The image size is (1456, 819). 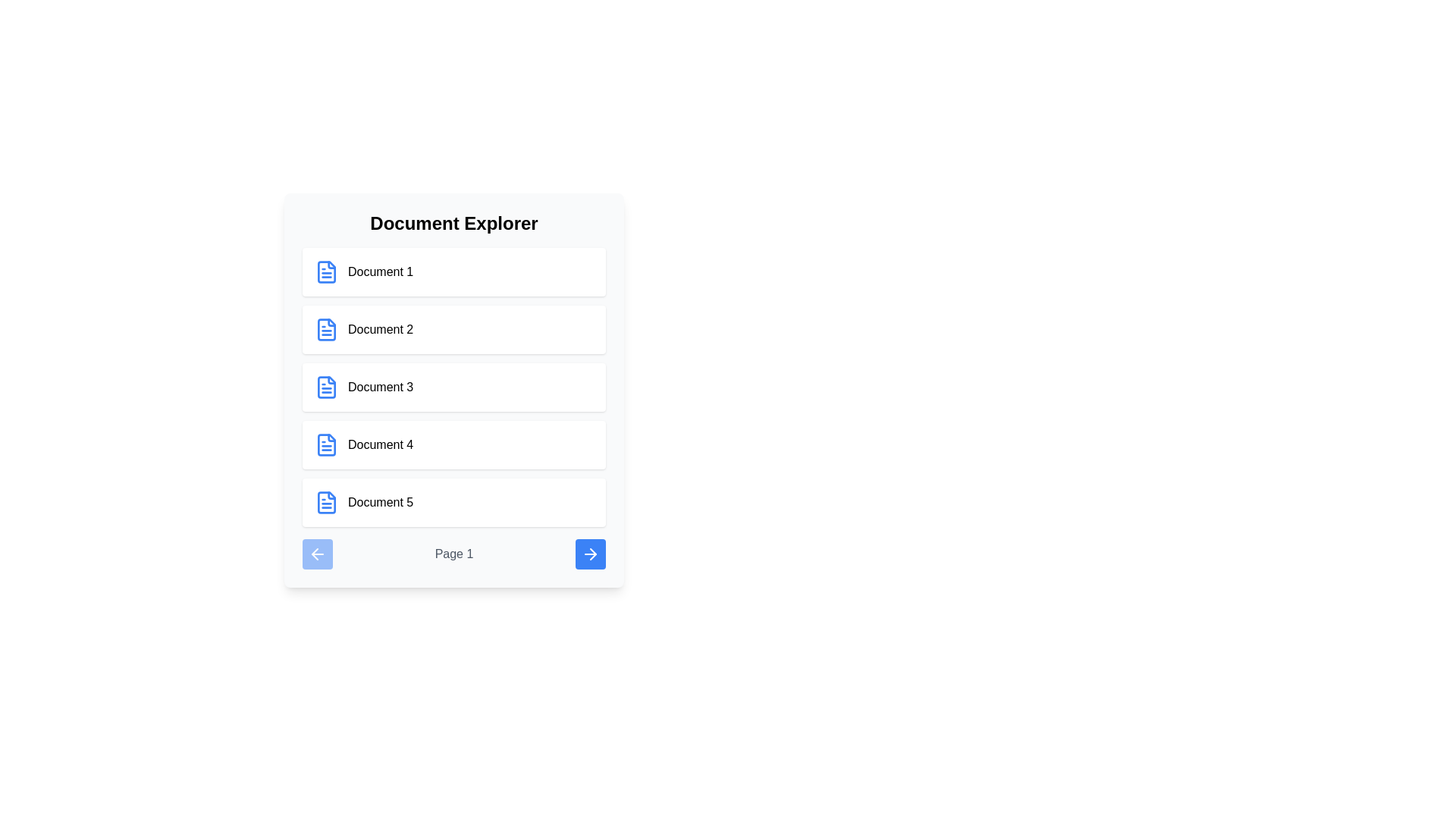 What do you see at coordinates (381, 386) in the screenshot?
I see `the text label displaying 'Document 3' to initiate a selection action` at bounding box center [381, 386].